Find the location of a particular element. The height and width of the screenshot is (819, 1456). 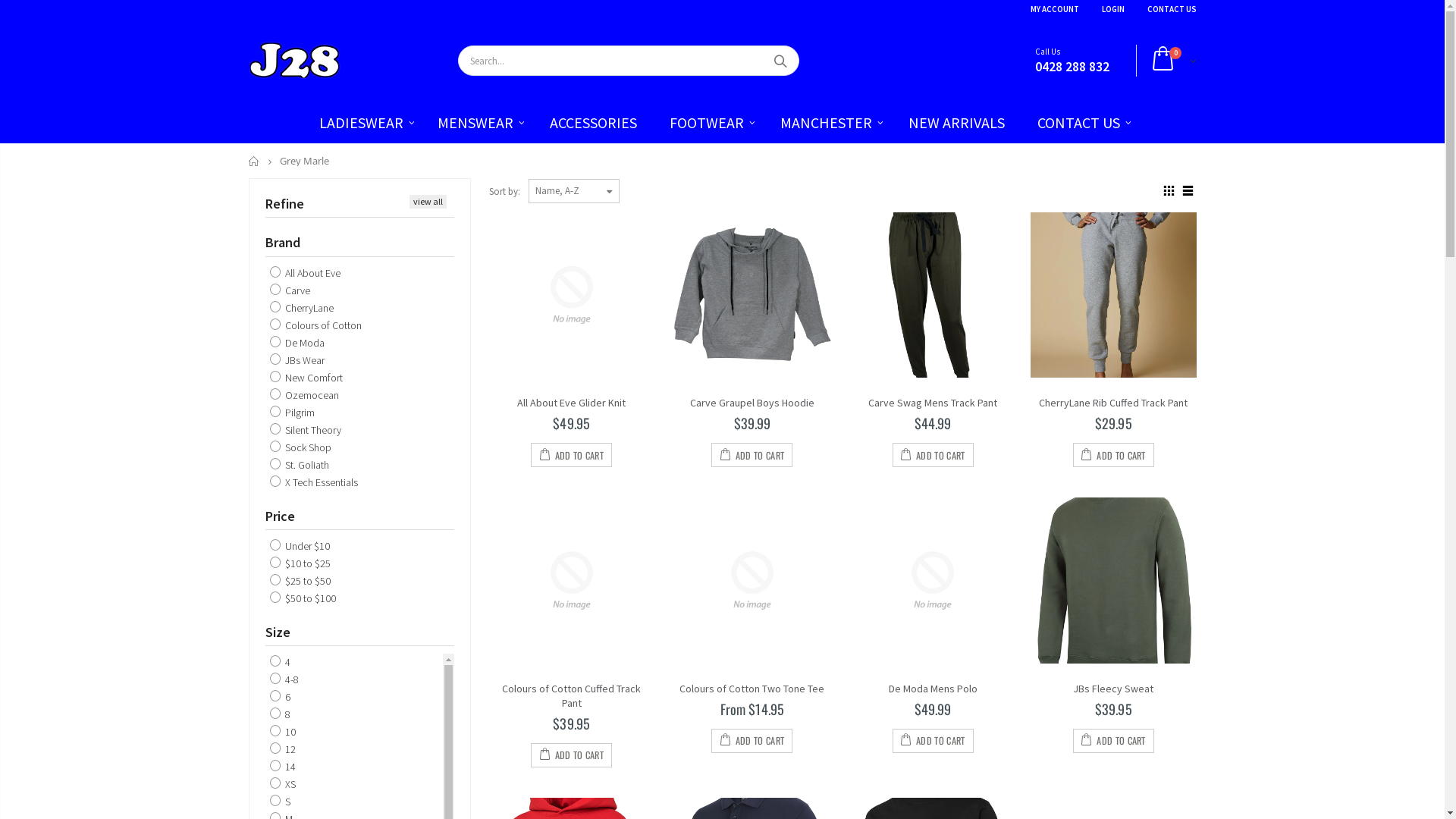

'MY ACCOUNT' is located at coordinates (1053, 8).